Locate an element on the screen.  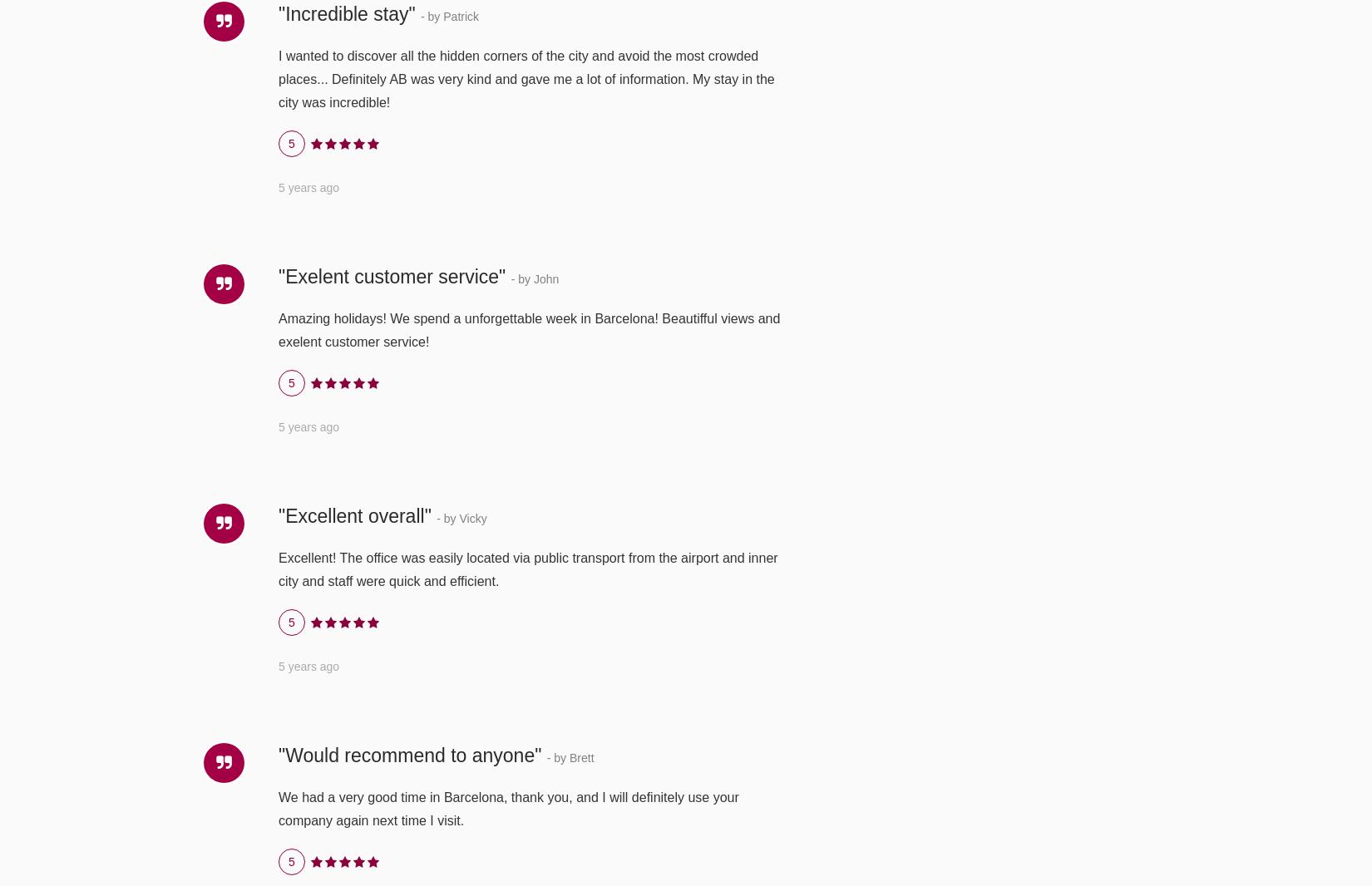
'- by Vicky' is located at coordinates (461, 516).